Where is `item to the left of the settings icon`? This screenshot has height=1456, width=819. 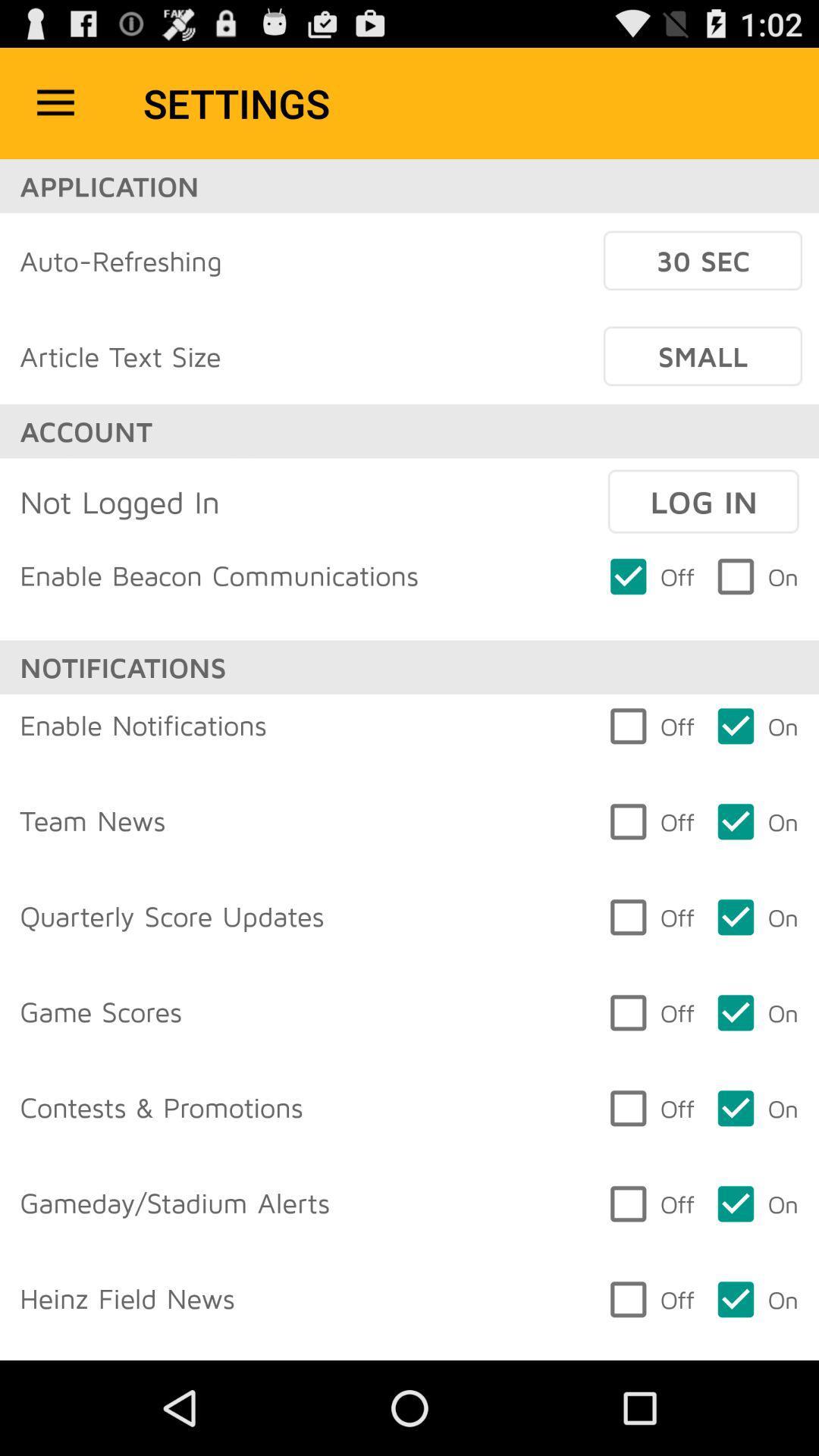 item to the left of the settings icon is located at coordinates (55, 102).